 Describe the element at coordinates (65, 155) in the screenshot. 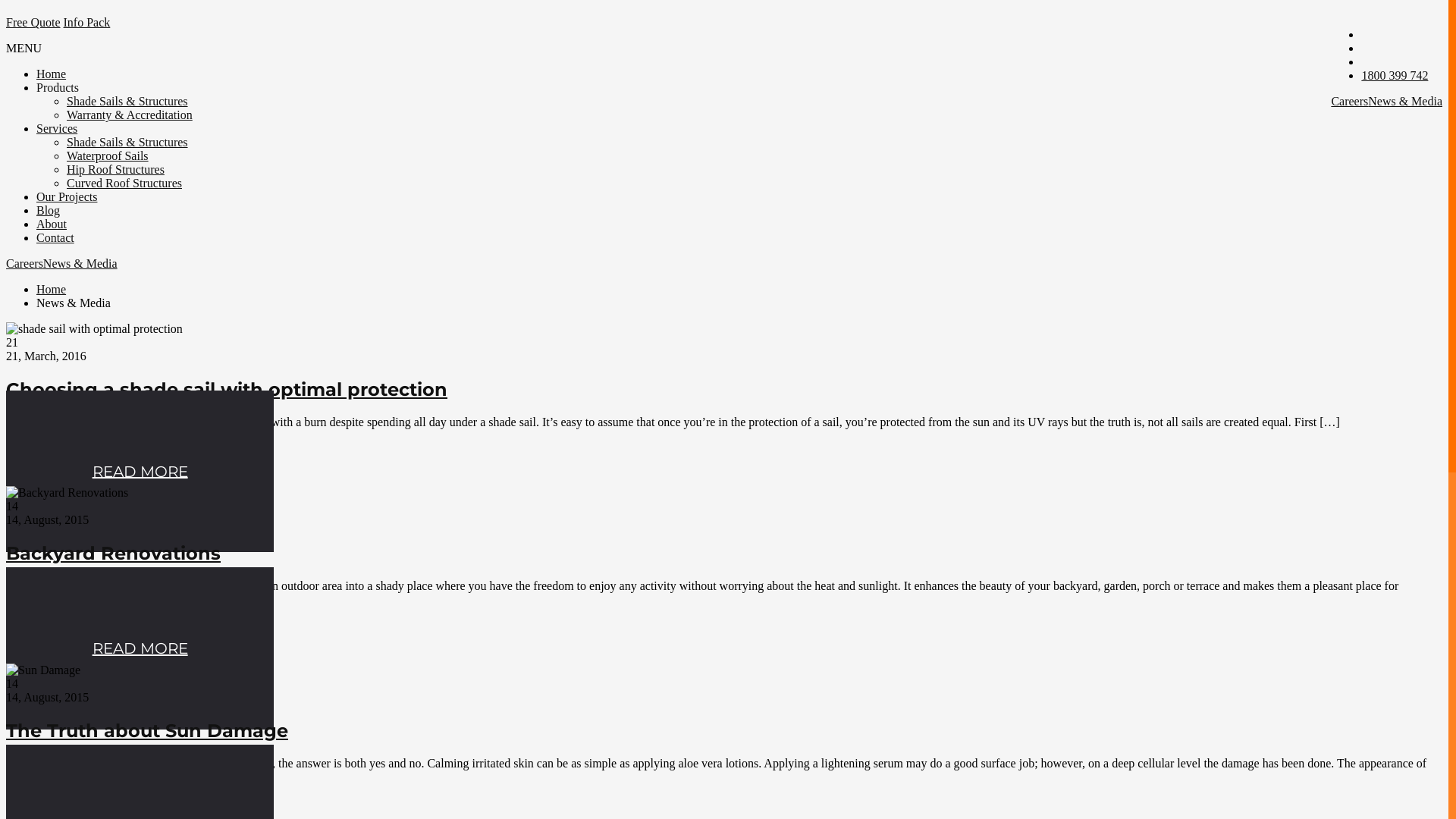

I see `'Waterproof Sails'` at that location.